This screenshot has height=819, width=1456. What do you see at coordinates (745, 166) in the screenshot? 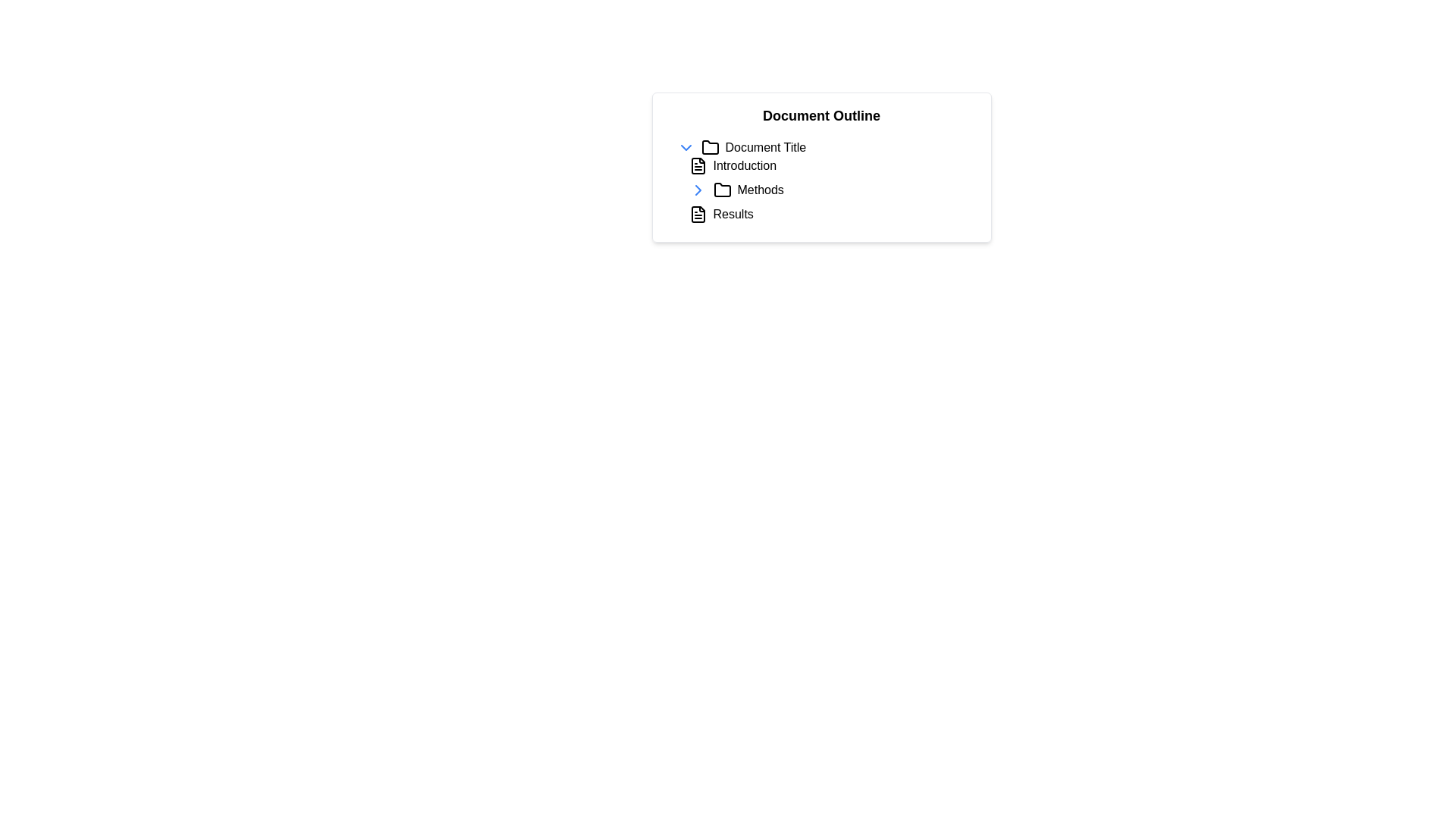
I see `the 'Introduction' text label in bold black text located in the document outline sidebar, which is the second item under the 'Document Title' section` at bounding box center [745, 166].